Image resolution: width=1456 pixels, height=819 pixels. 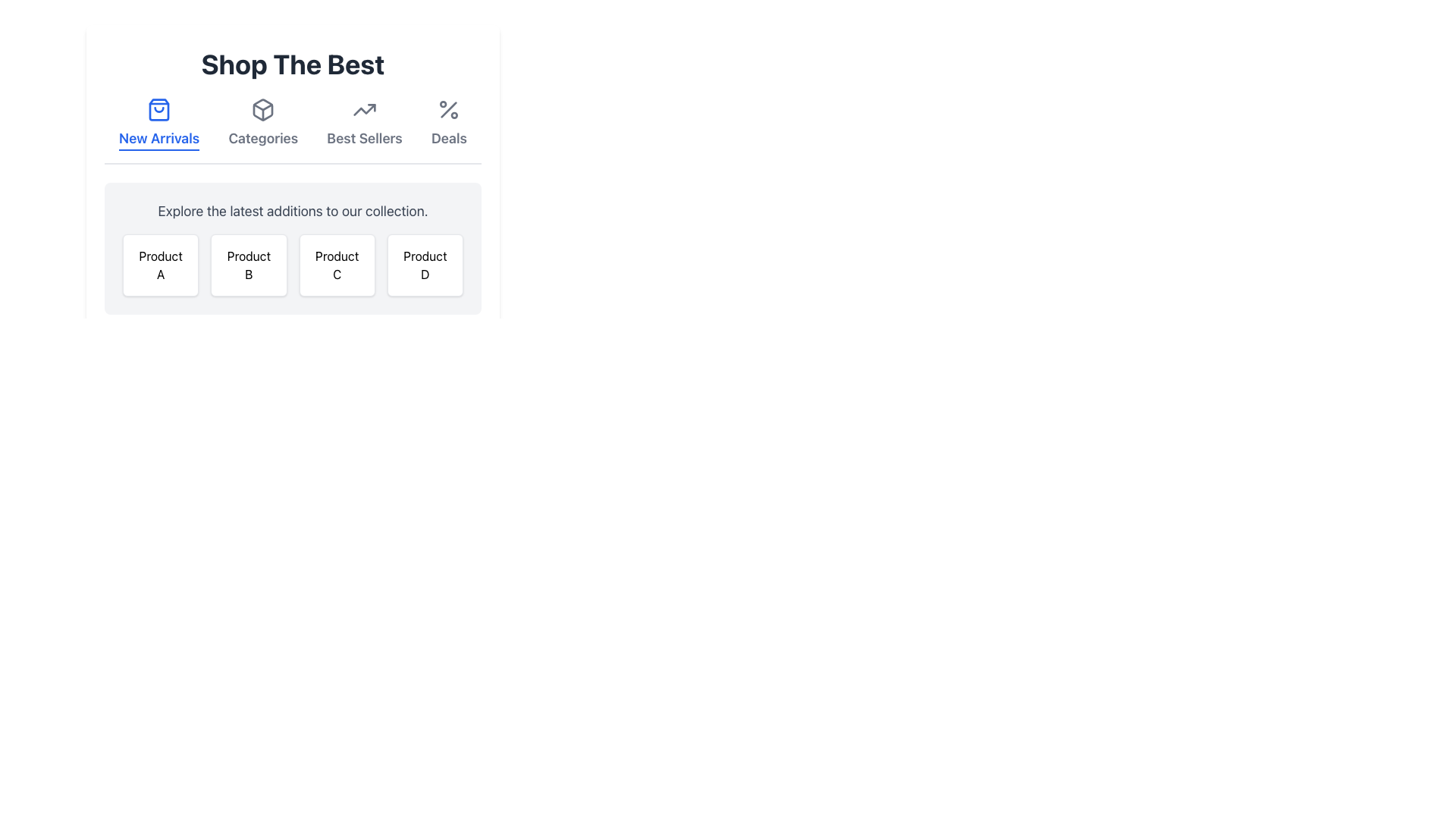 What do you see at coordinates (365, 138) in the screenshot?
I see `the text label in the navigation menu that directs to popular or top-selling products, located under the trending topics icon, which is the third option in the menu` at bounding box center [365, 138].